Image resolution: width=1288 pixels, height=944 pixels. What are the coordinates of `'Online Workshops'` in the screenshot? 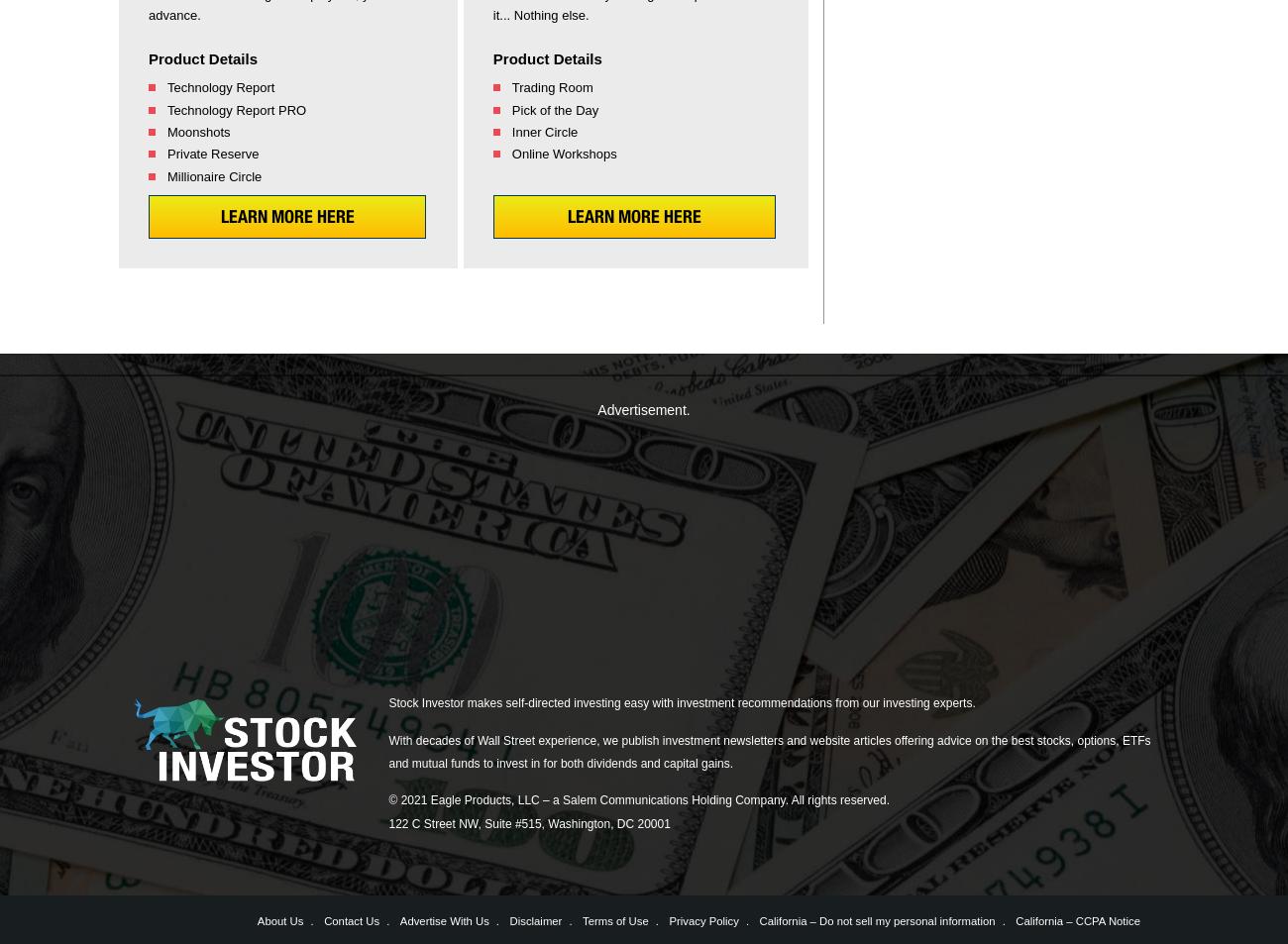 It's located at (563, 153).